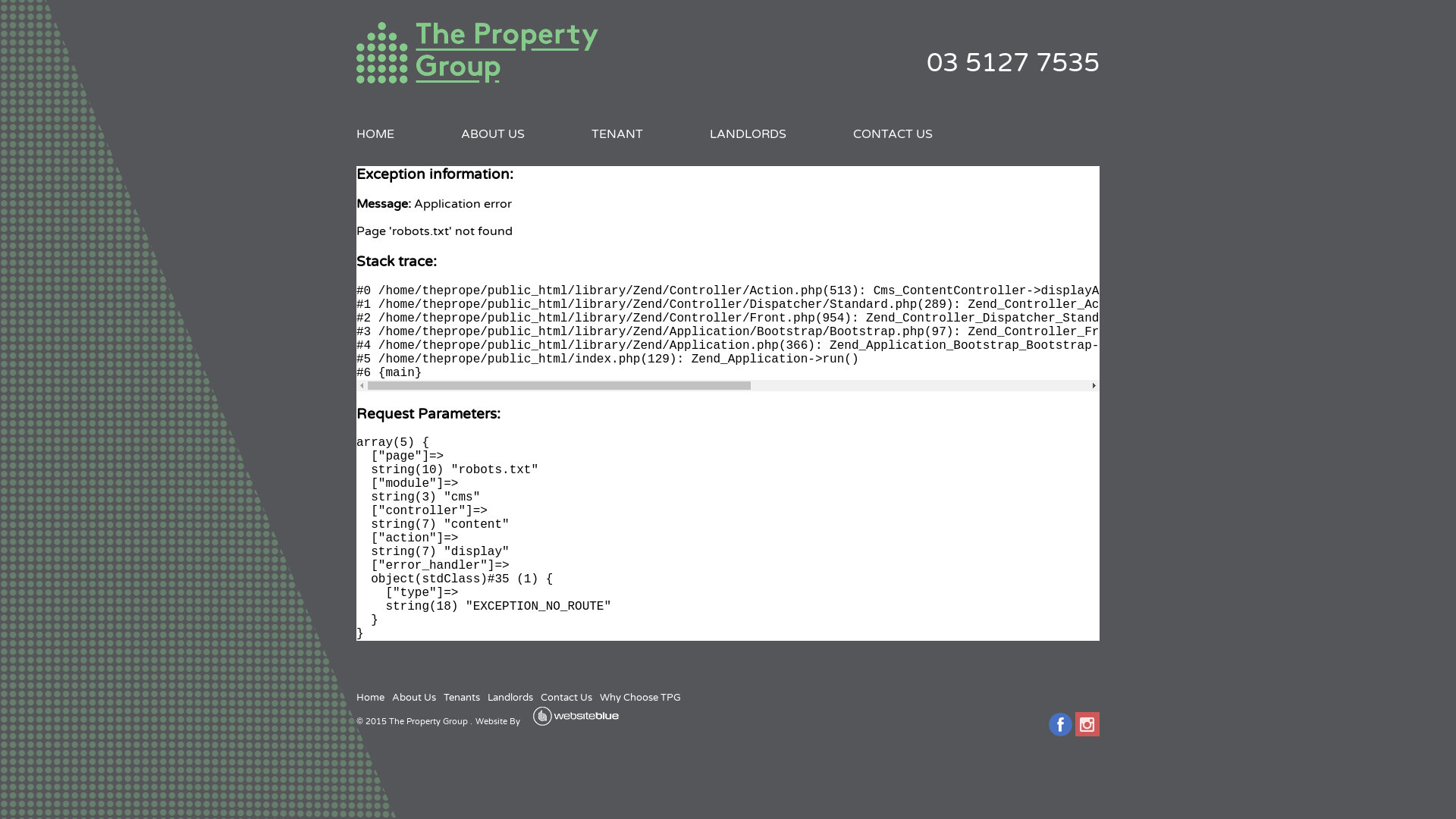 Image resolution: width=1456 pixels, height=819 pixels. What do you see at coordinates (566, 698) in the screenshot?
I see `'Contact Us'` at bounding box center [566, 698].